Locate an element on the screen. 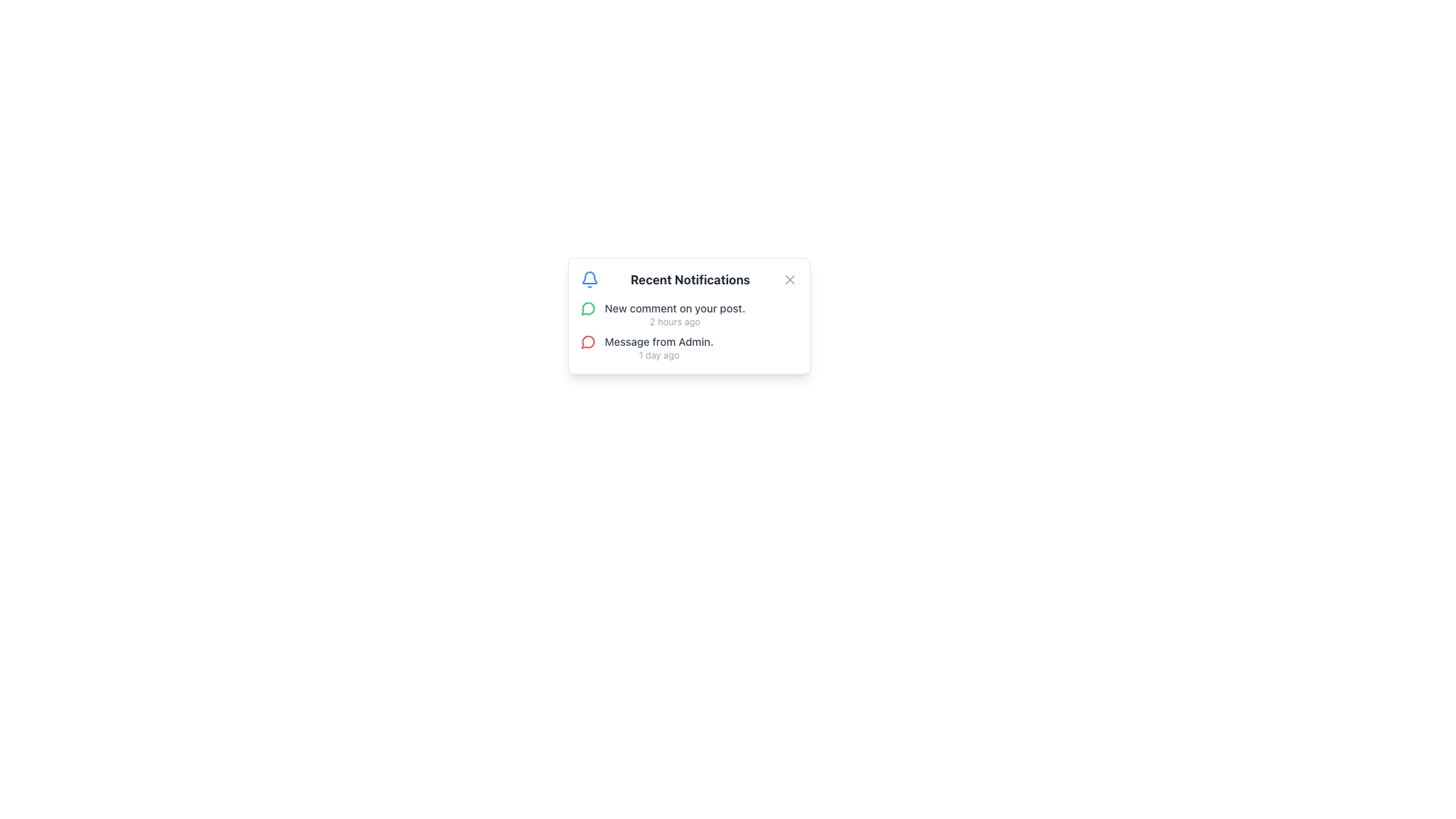  the small gray 'X' icon button located in the top-right corner of the 'Recent Notifications' section is located at coordinates (789, 280).